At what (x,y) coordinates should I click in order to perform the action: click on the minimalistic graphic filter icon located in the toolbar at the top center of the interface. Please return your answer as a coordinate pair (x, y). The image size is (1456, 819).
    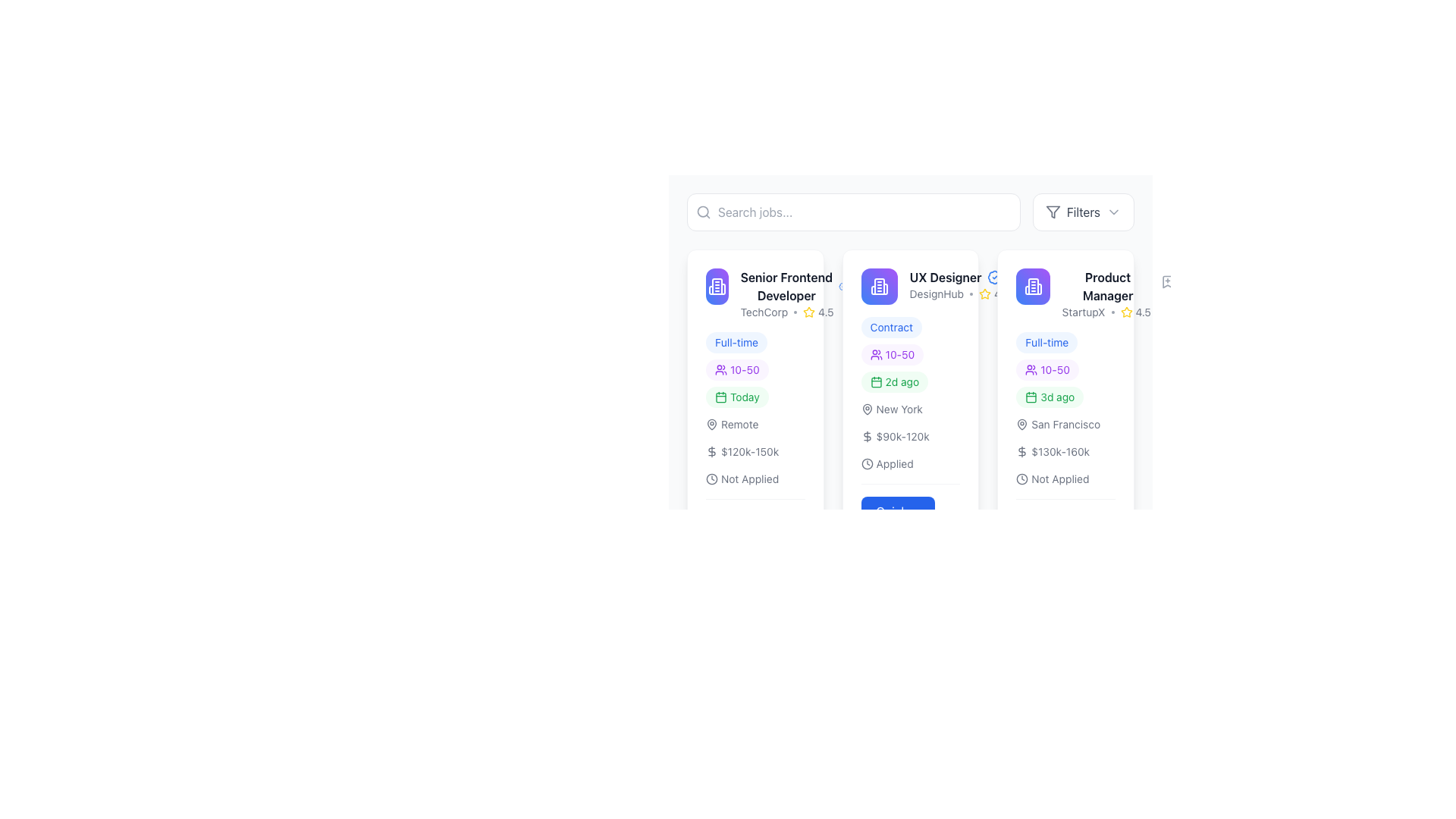
    Looking at the image, I should click on (1052, 212).